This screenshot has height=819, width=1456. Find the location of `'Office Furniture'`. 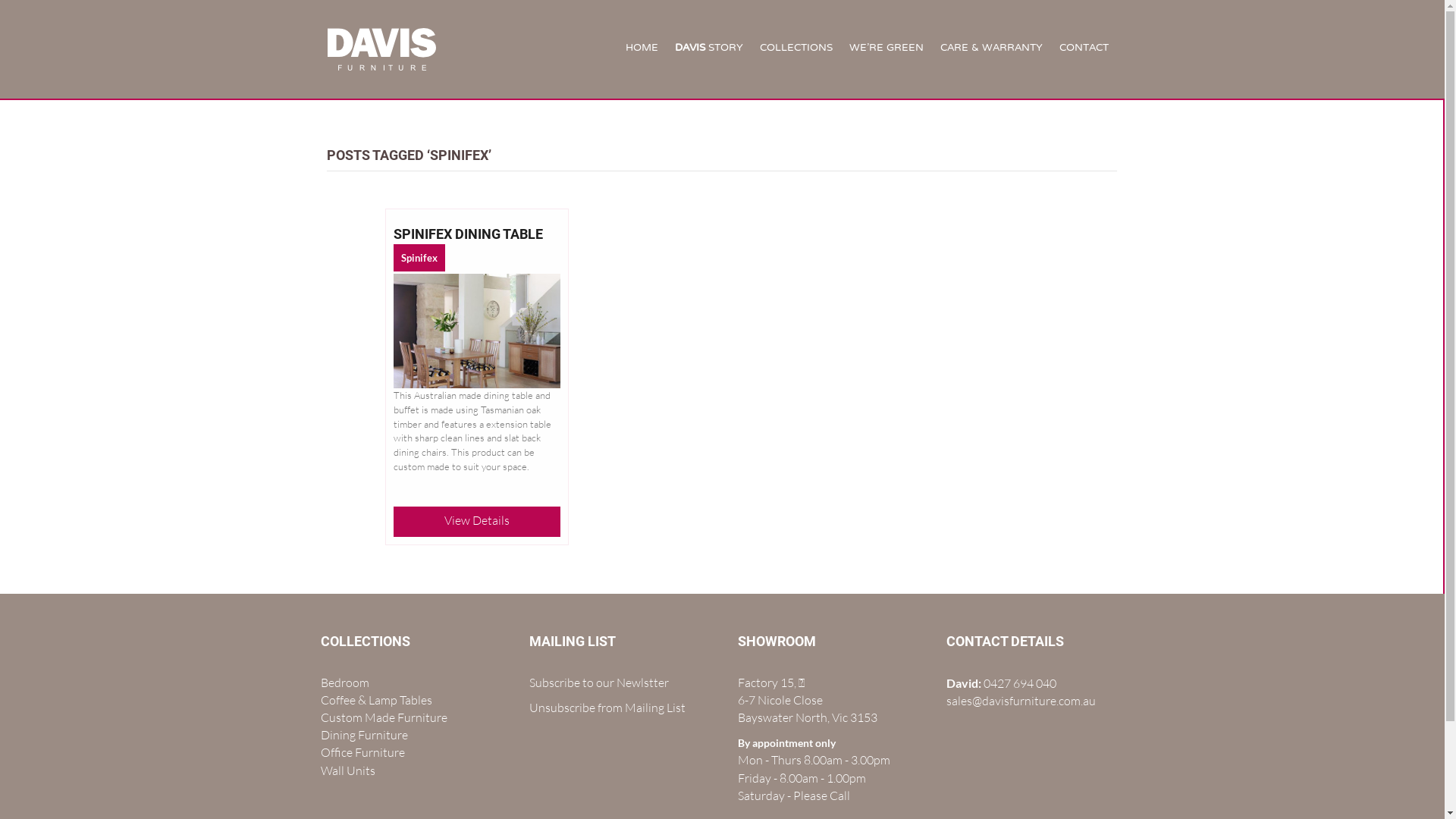

'Office Furniture' is located at coordinates (319, 752).